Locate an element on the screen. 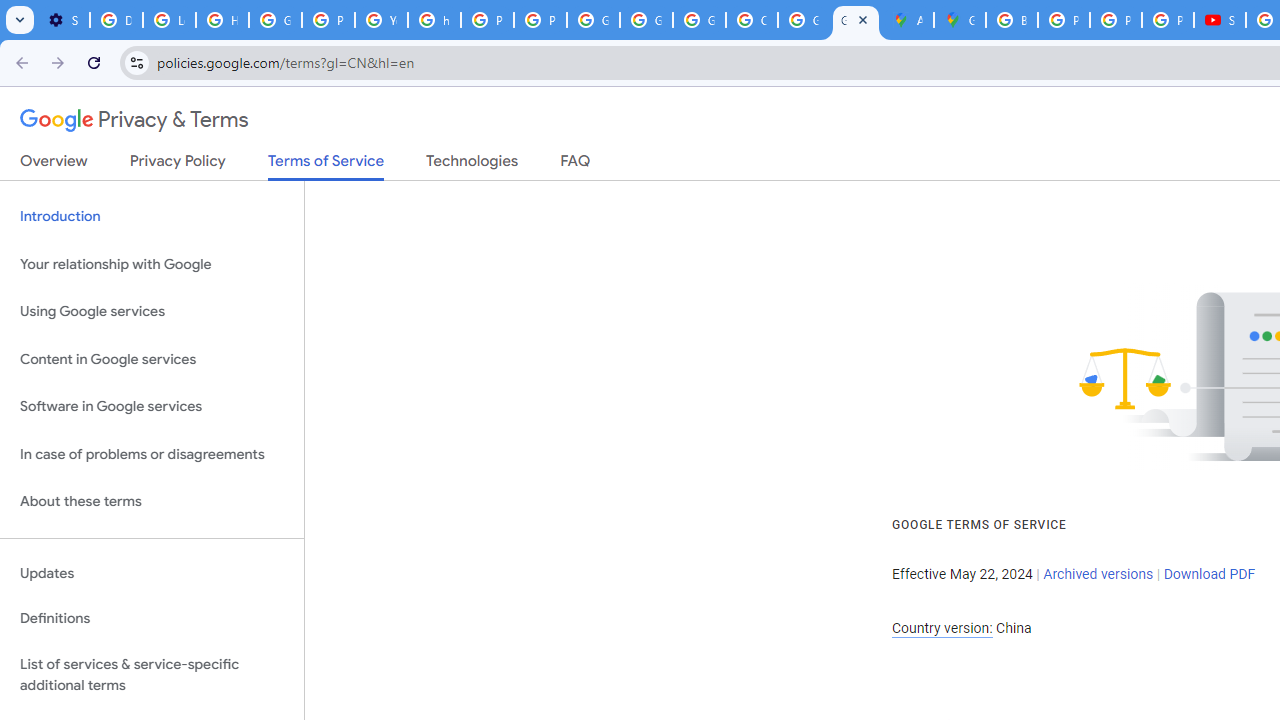 The image size is (1280, 720). 'Technologies' is located at coordinates (471, 164).